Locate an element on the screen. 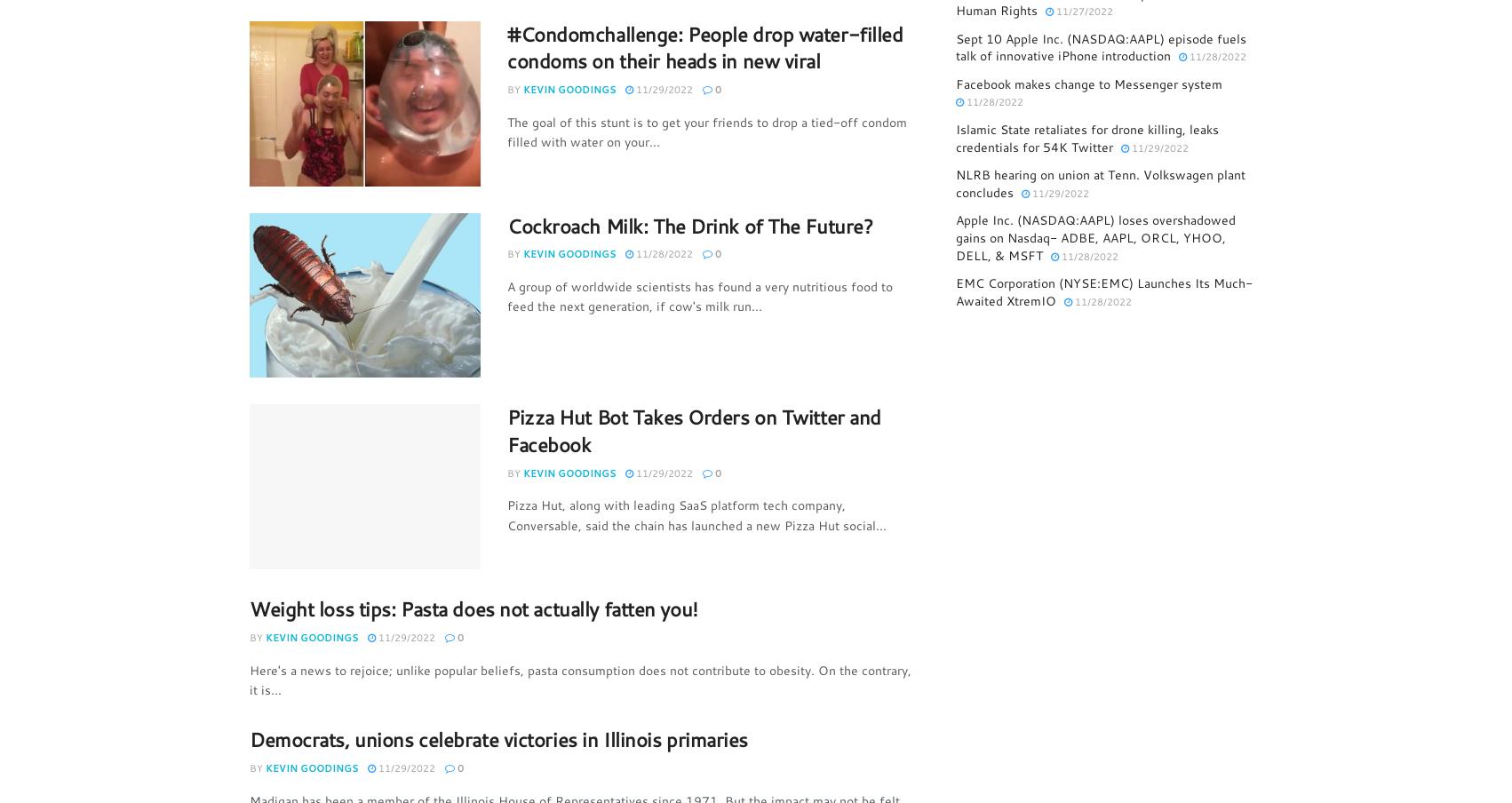 The height and width of the screenshot is (803, 1512). '#Condomchallenge: People drop water-filled condoms on their heads in new viral' is located at coordinates (704, 45).